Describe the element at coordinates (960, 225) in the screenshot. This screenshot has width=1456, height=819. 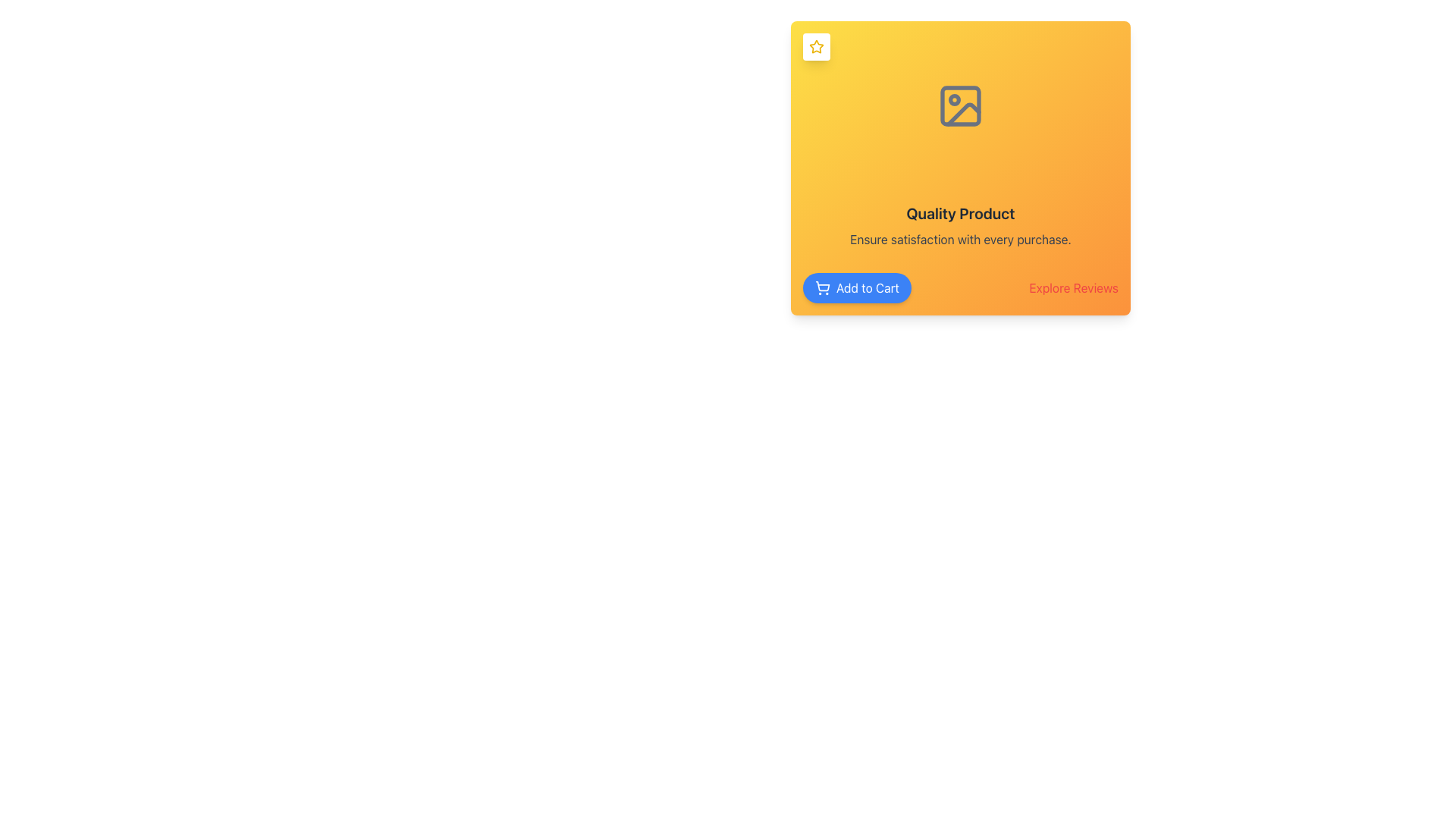
I see `the text block displaying 'Quality Product' with the subtitle 'Ensure satisfaction with every purchase.' which is centrally located on a vibrant yellow-orange gradient background` at that location.